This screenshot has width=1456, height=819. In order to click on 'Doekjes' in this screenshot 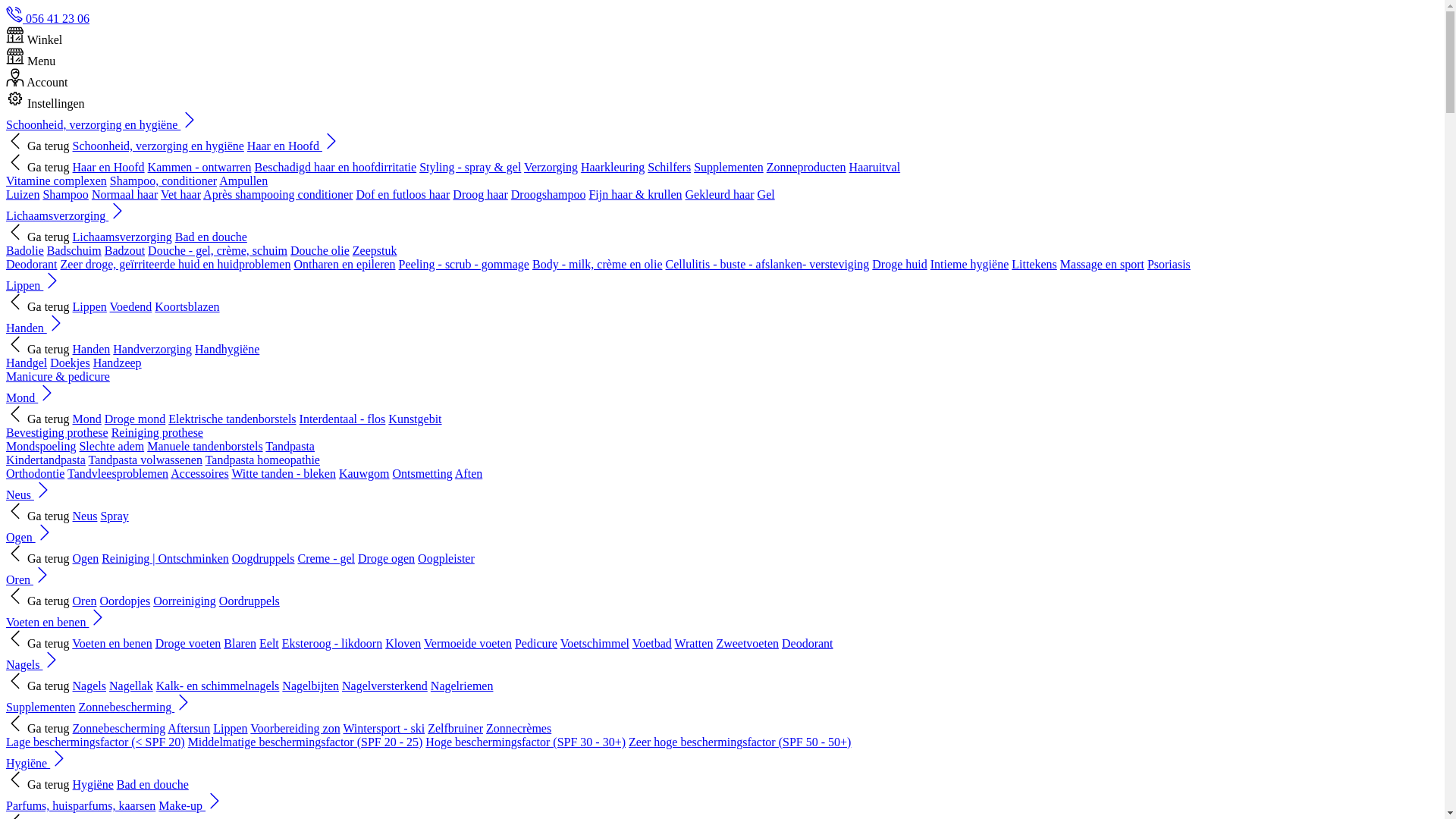, I will do `click(68, 362)`.